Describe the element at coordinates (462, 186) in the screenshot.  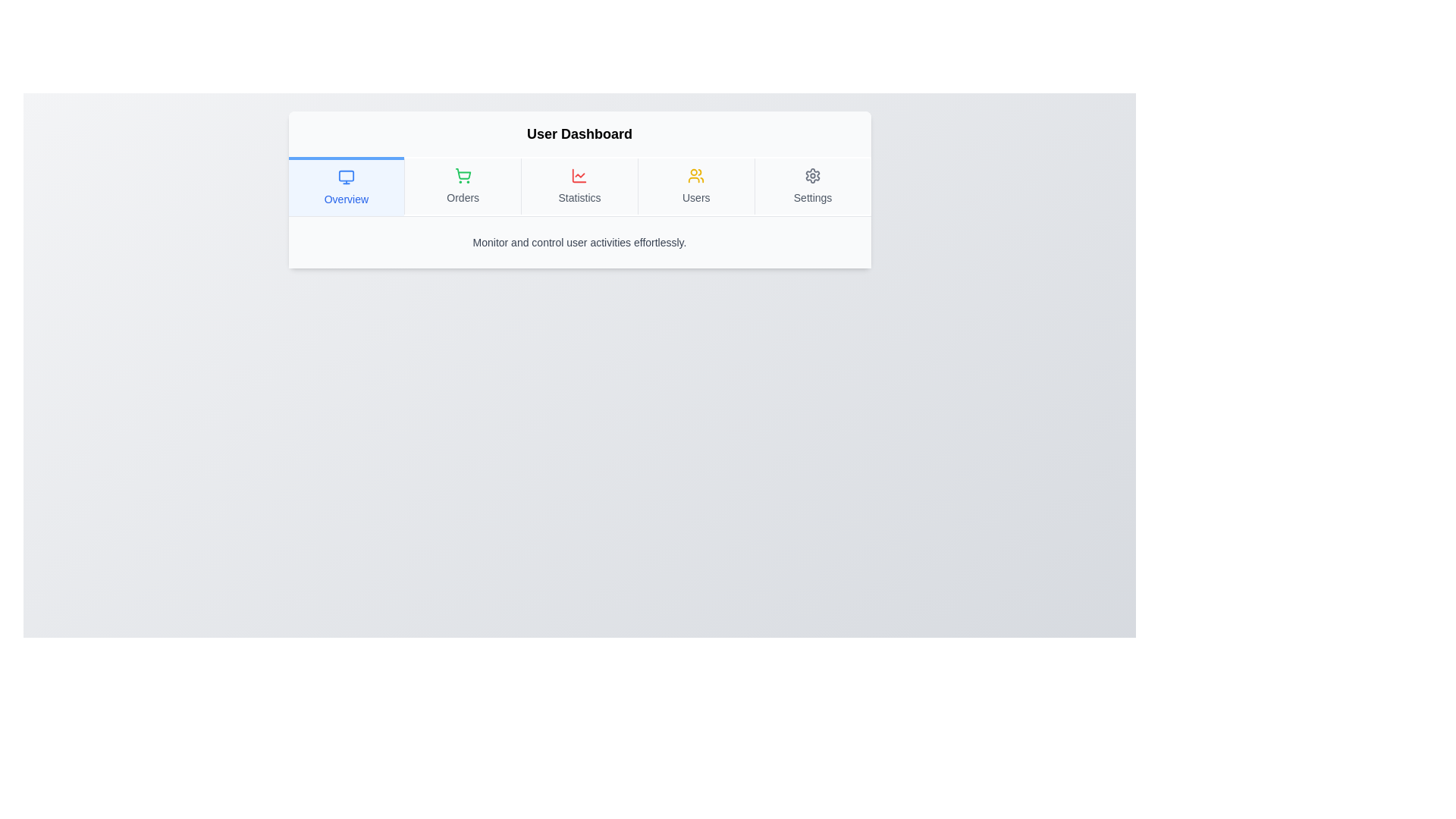
I see `the vertically oriented navigation button with a green shopping cart icon and the text 'Orders'` at that location.